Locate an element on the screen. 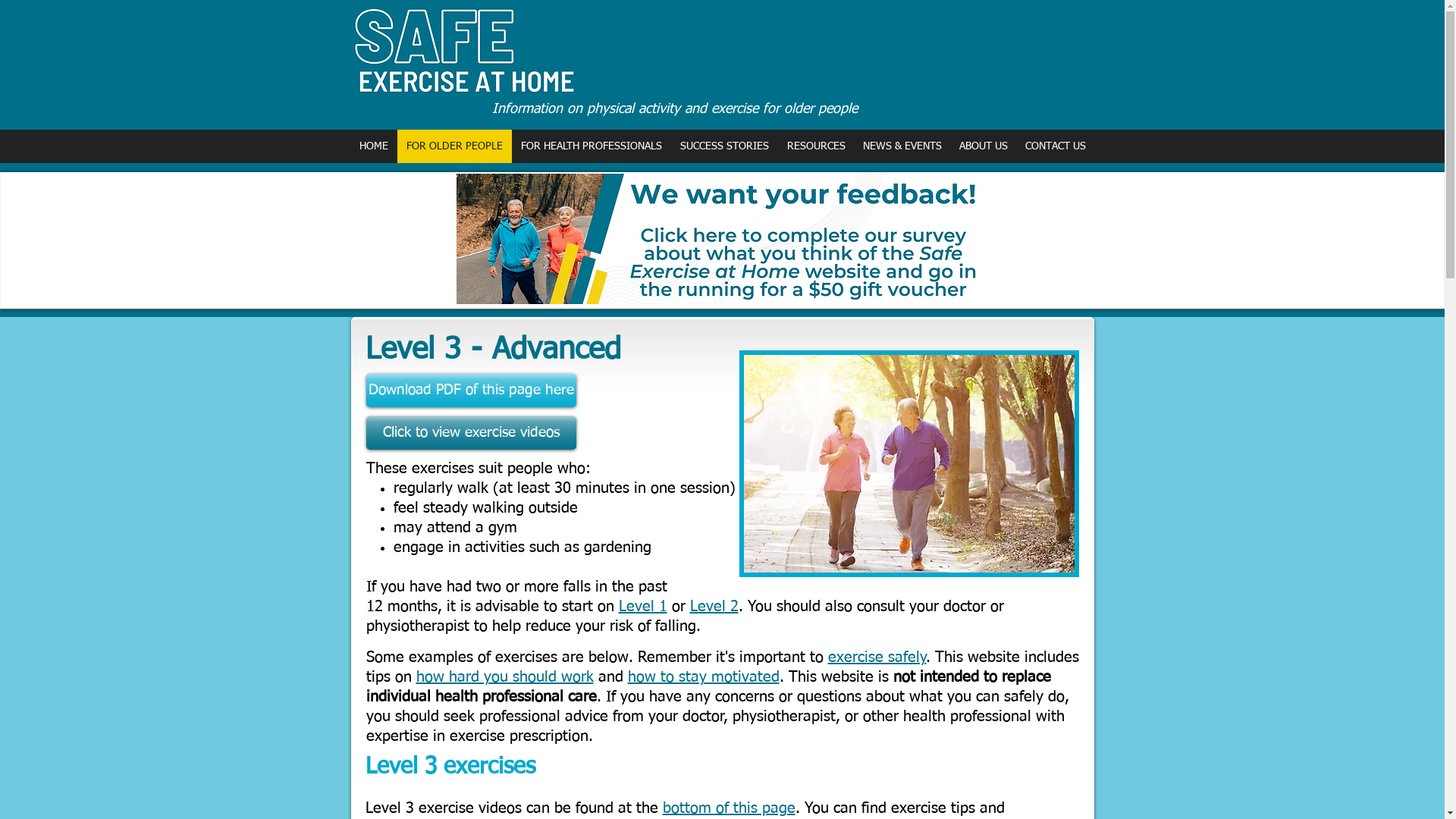  'SUCCESS STORIES' is located at coordinates (669, 146).